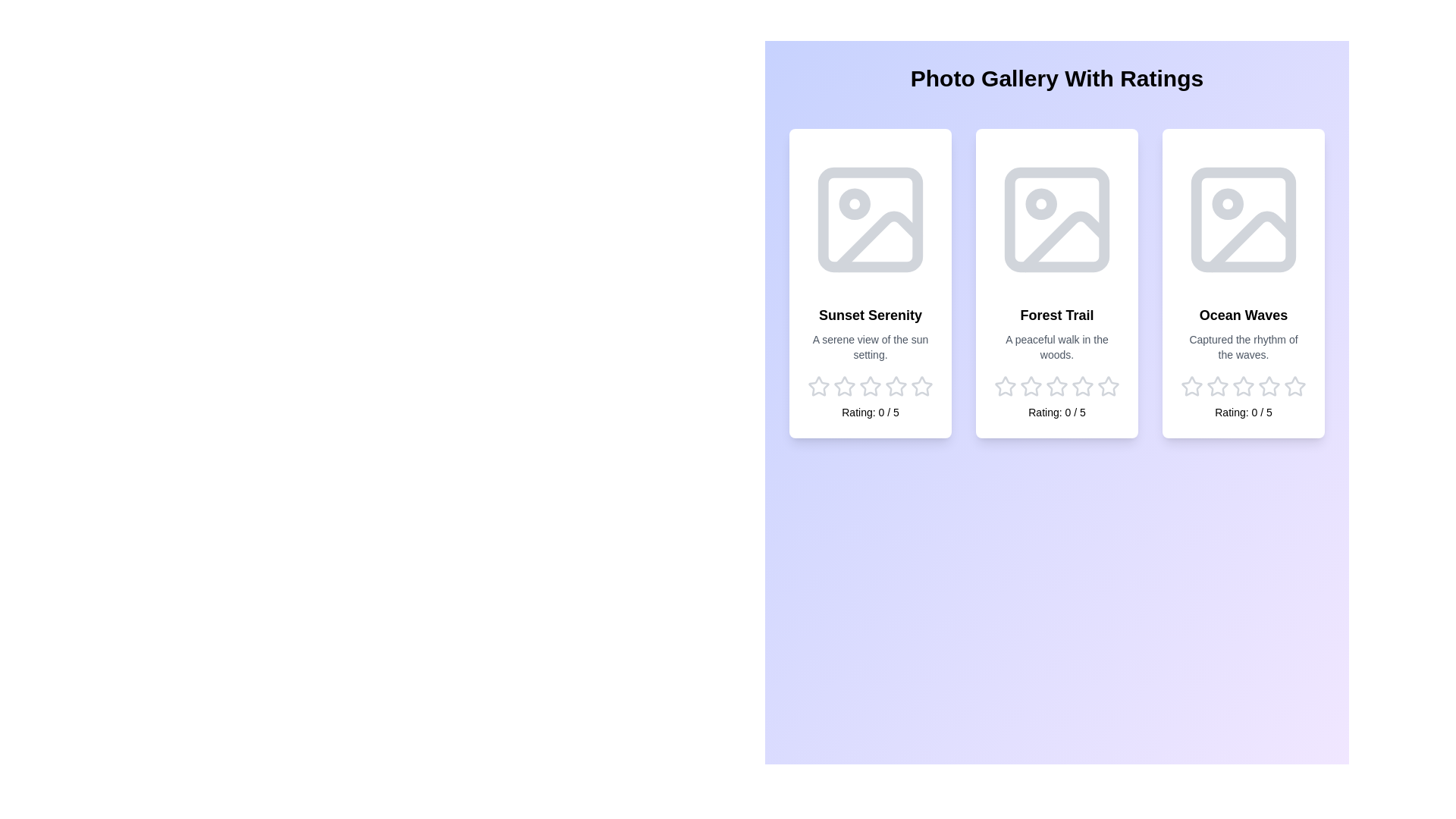 The height and width of the screenshot is (819, 1456). I want to click on the star corresponding to the rating 3 for the image Sunset Serenity, so click(870, 385).